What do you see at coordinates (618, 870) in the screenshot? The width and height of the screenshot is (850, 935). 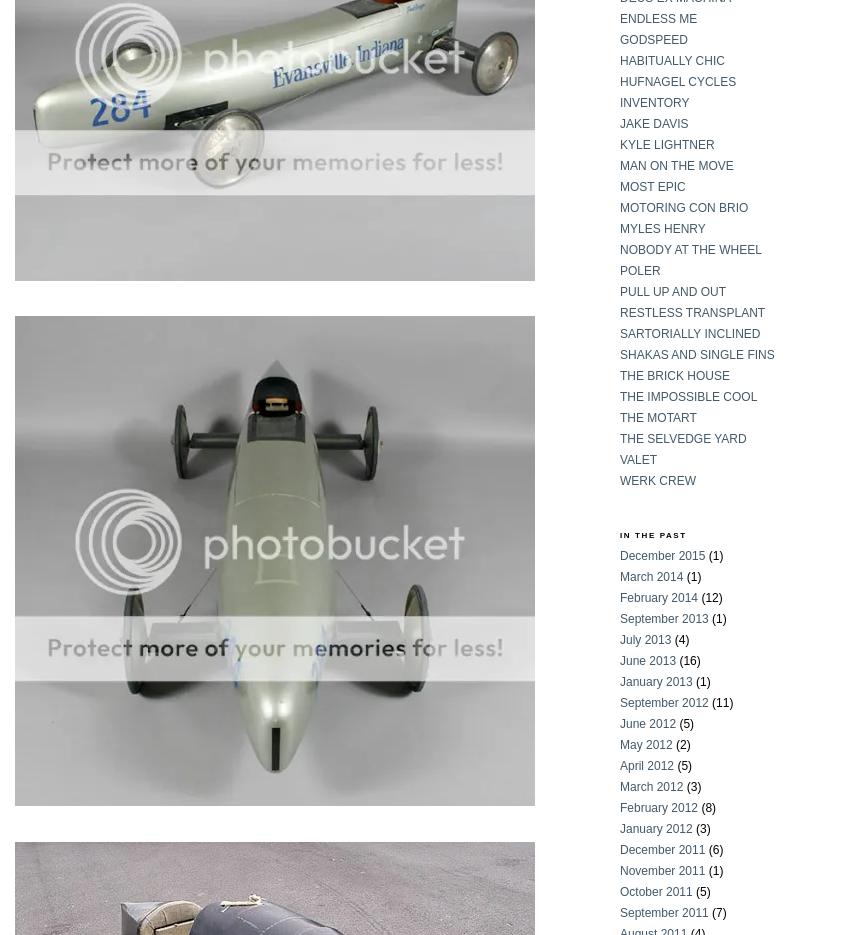 I see `'November 2011'` at bounding box center [618, 870].